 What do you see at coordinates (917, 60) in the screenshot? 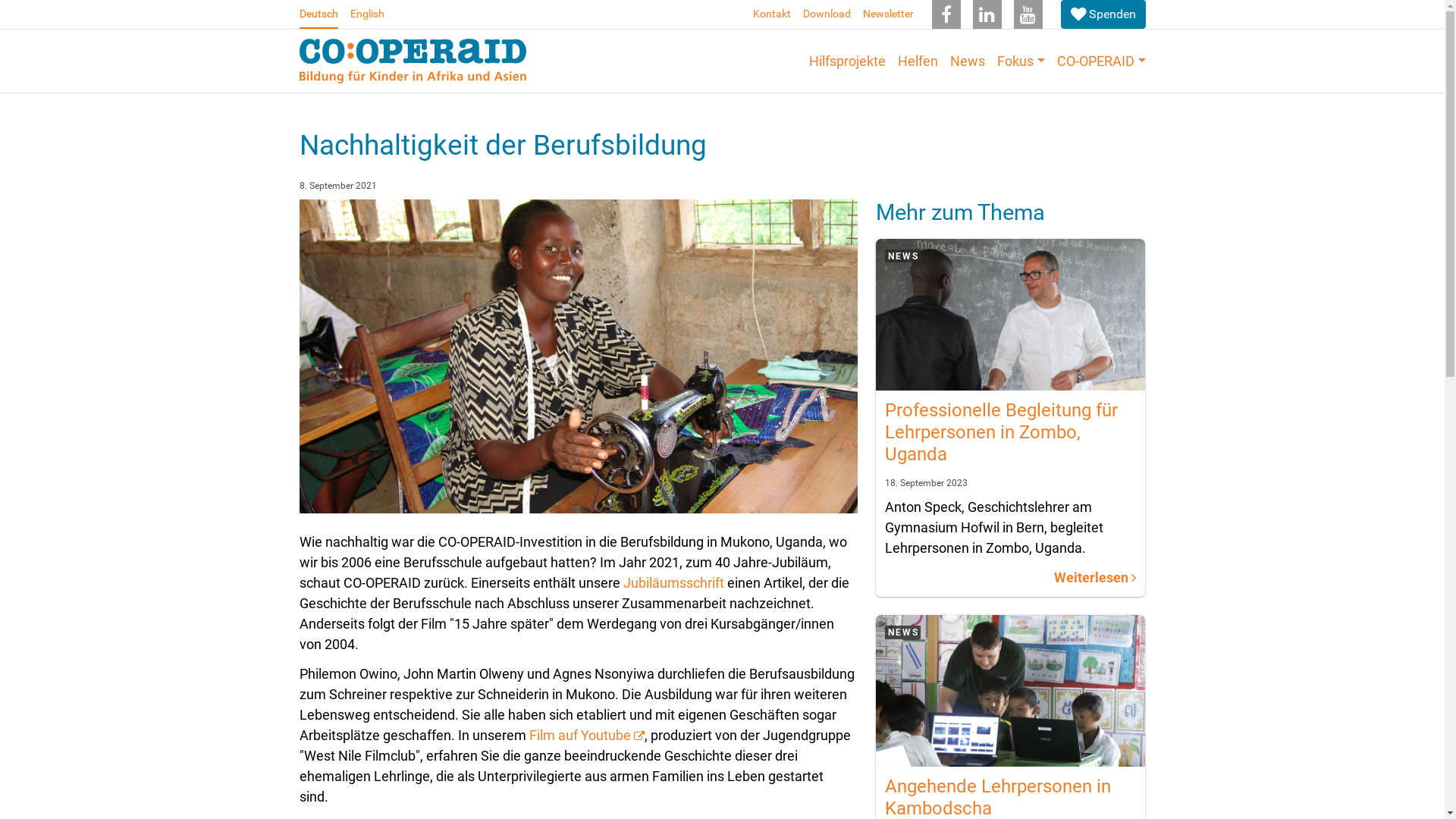
I see `'Helfen'` at bounding box center [917, 60].